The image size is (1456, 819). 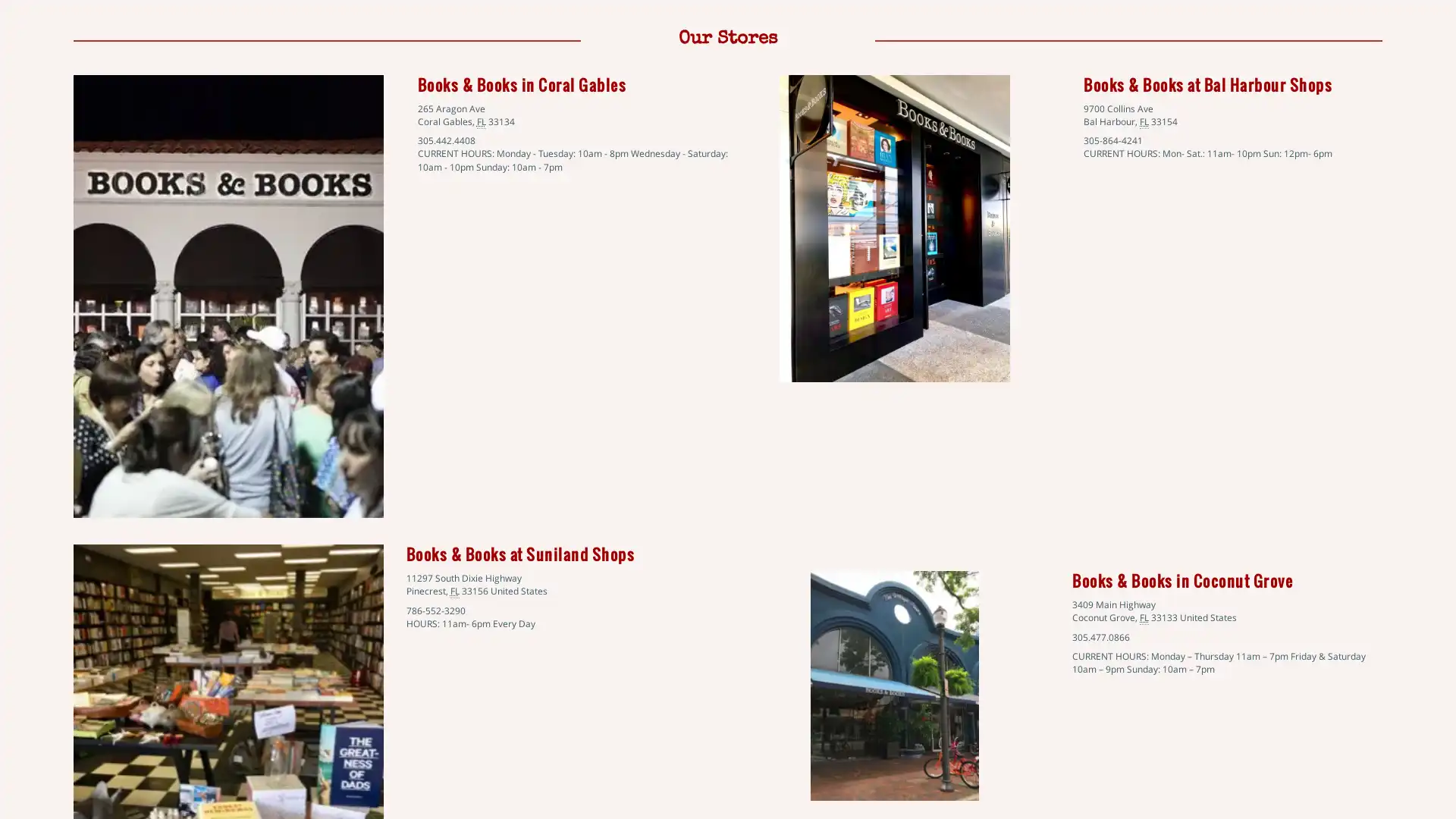 What do you see at coordinates (83, 206) in the screenshot?
I see `Search Books` at bounding box center [83, 206].